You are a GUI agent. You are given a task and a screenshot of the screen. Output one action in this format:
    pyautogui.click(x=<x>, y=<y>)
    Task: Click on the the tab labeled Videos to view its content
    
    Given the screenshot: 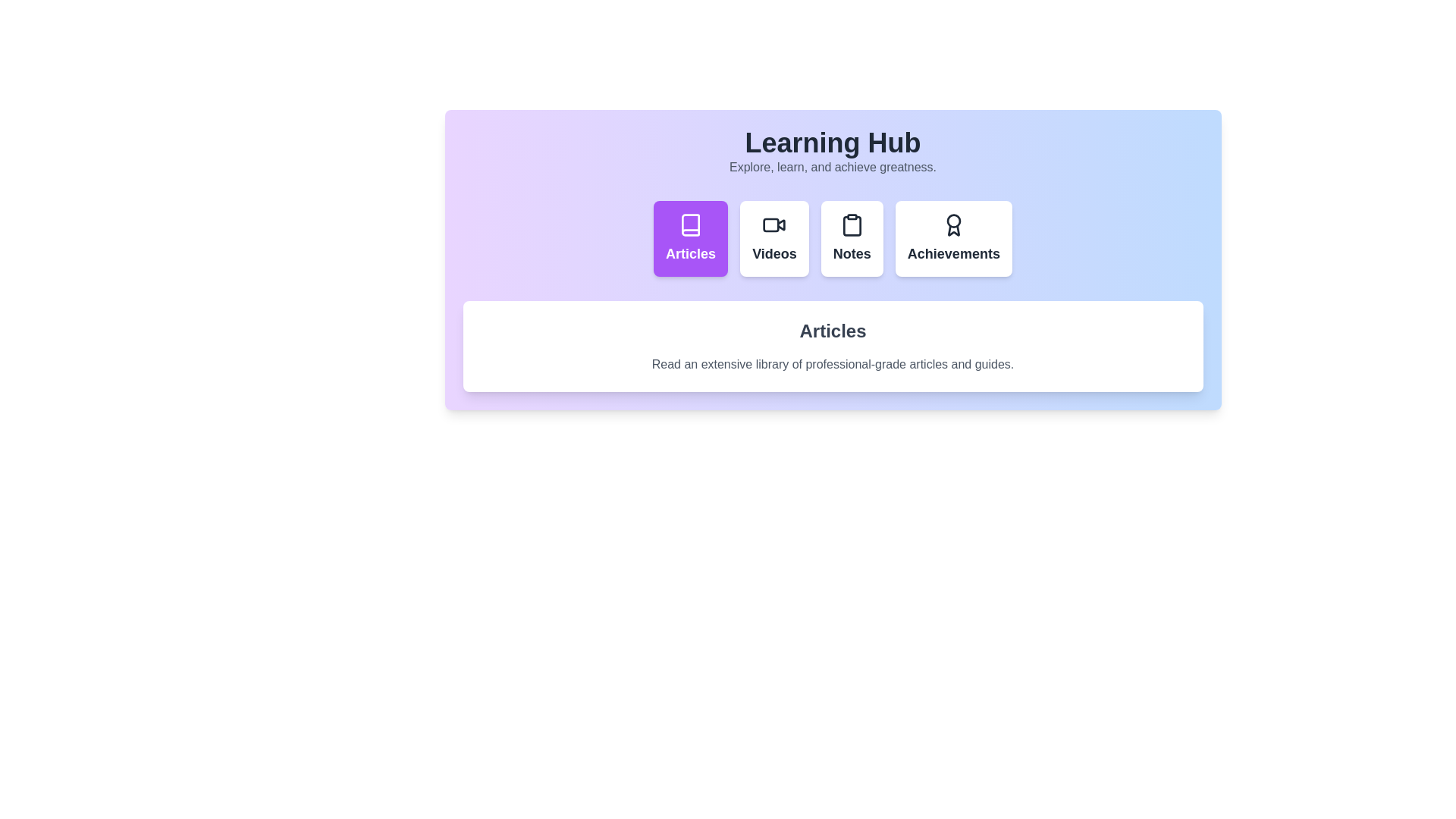 What is the action you would take?
    pyautogui.click(x=774, y=239)
    